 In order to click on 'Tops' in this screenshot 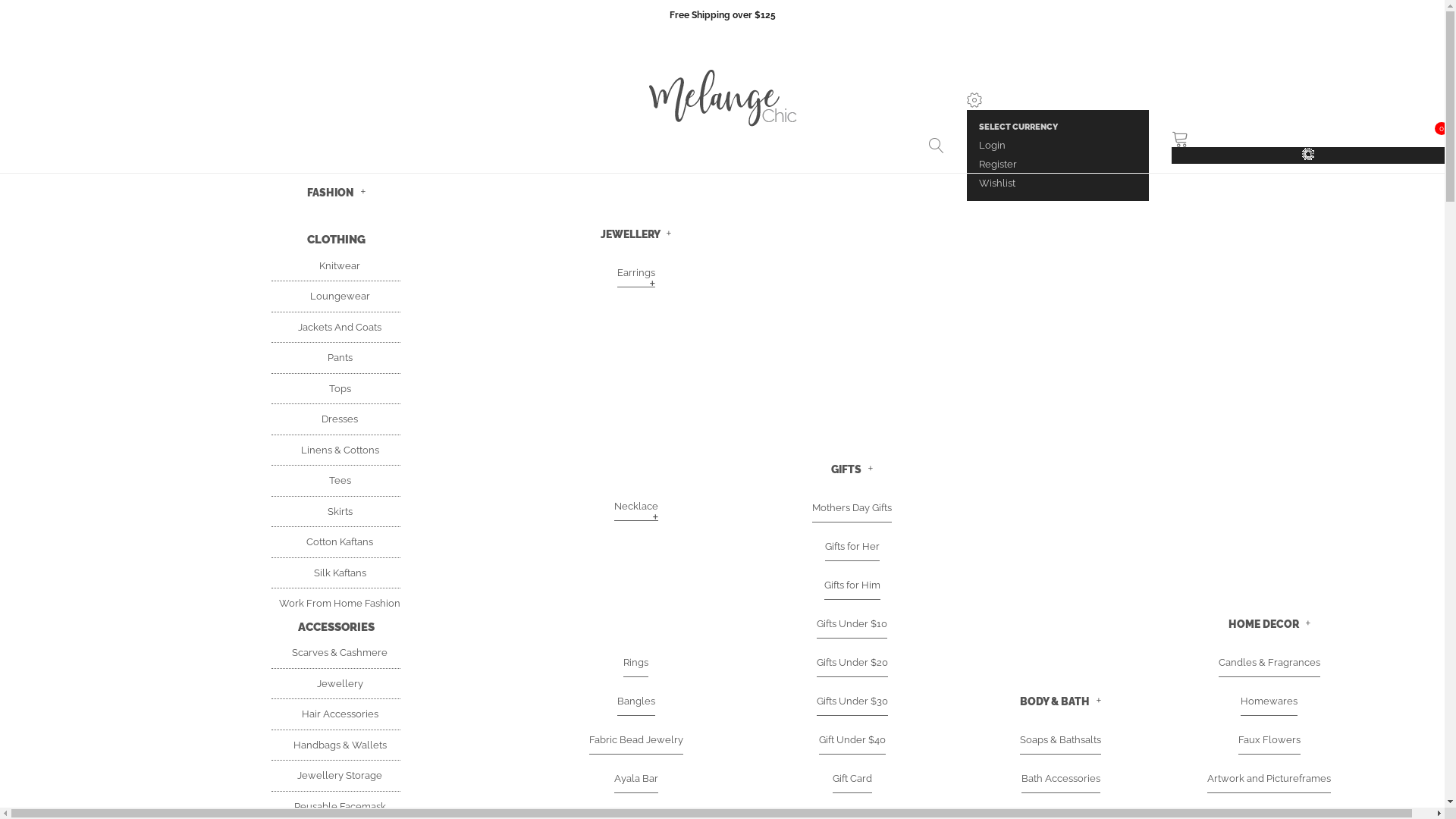, I will do `click(335, 388)`.